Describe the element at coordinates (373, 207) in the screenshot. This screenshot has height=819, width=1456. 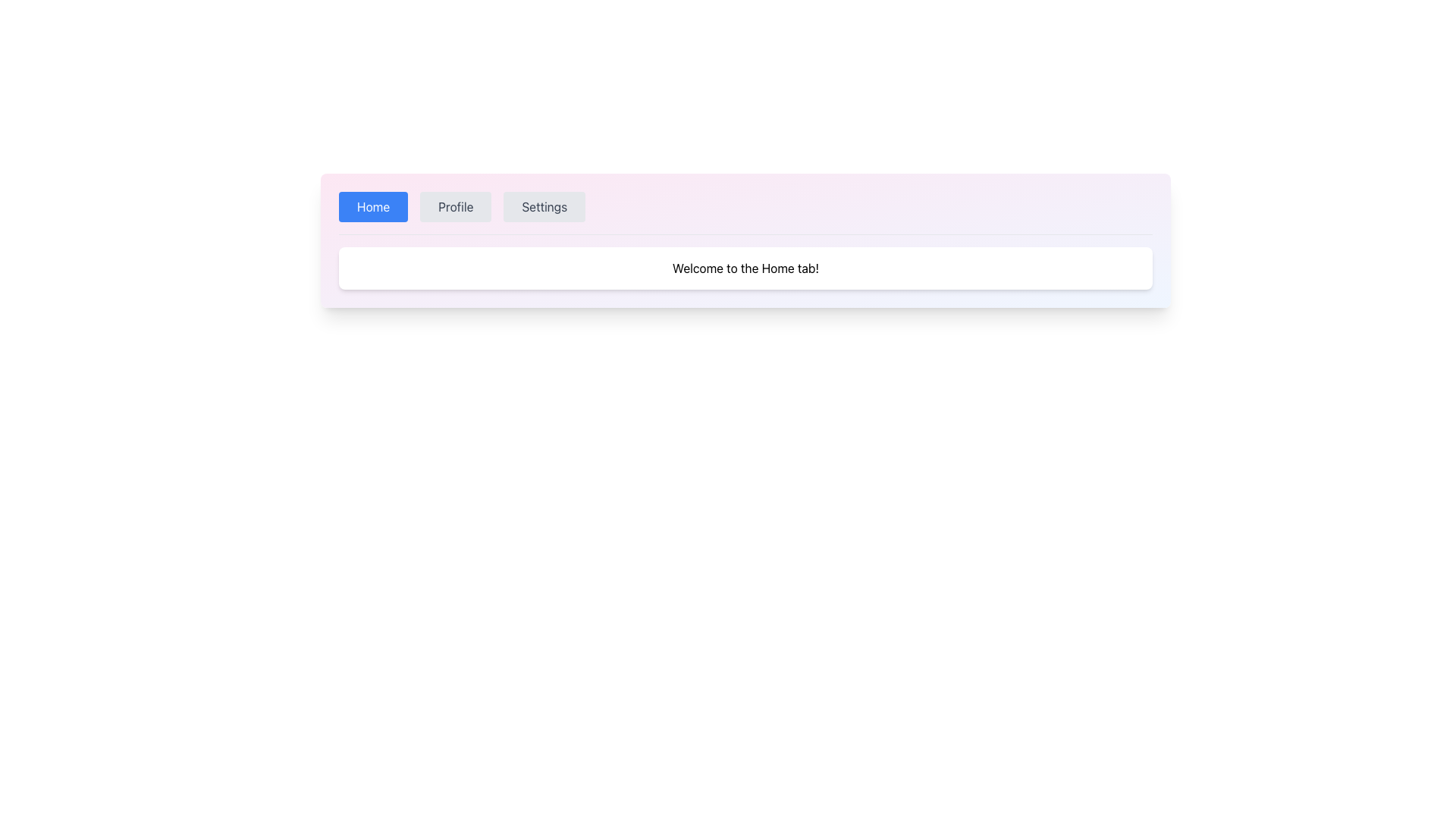
I see `the 'Home' button, which is a rectangular button with rounded edges displaying white text on a blue background` at that location.